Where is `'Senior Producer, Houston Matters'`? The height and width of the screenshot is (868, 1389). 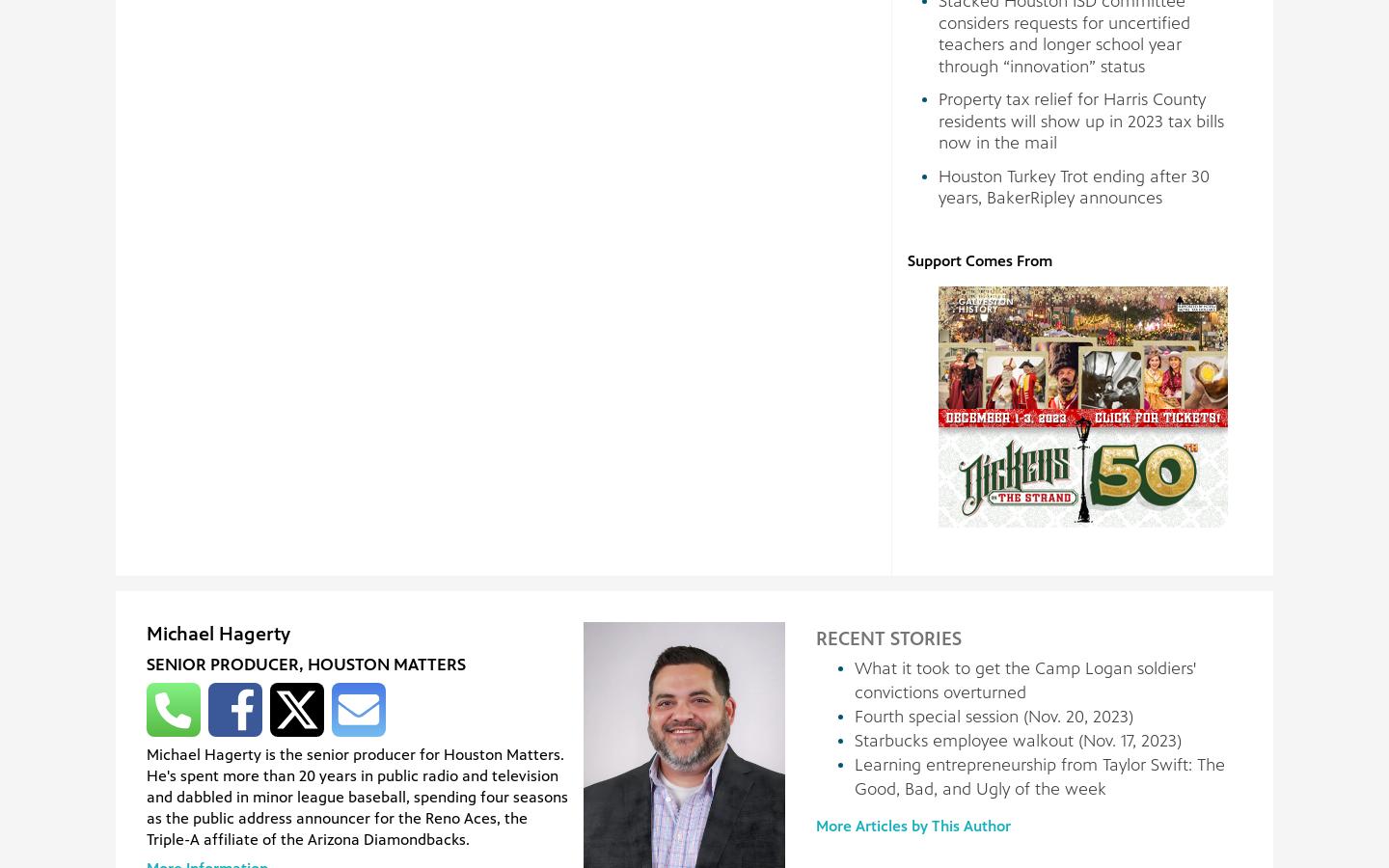
'Senior Producer, Houston Matters' is located at coordinates (306, 662).